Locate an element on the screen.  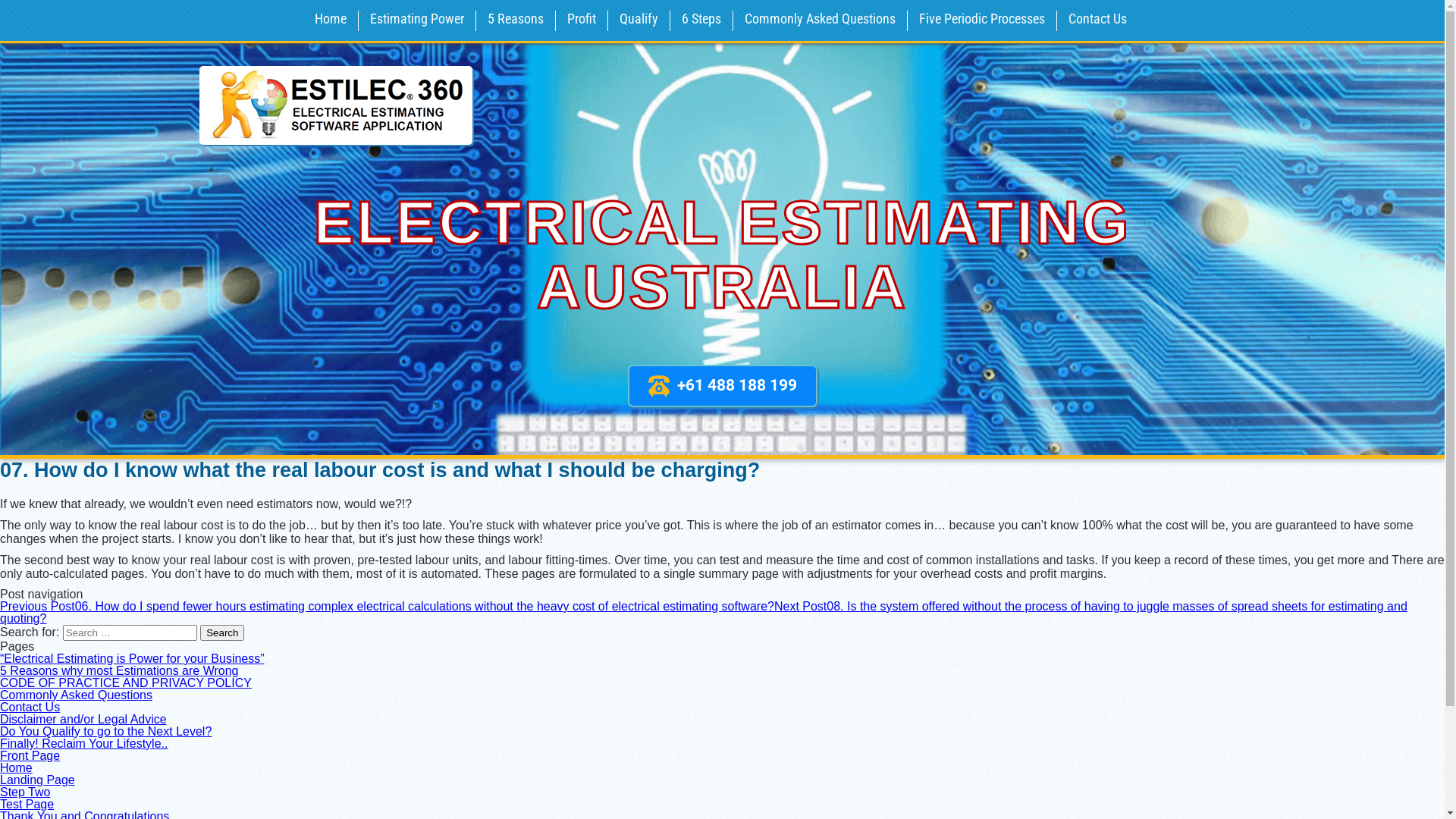
'5 Reasons why most Estimations are Wrong' is located at coordinates (118, 670).